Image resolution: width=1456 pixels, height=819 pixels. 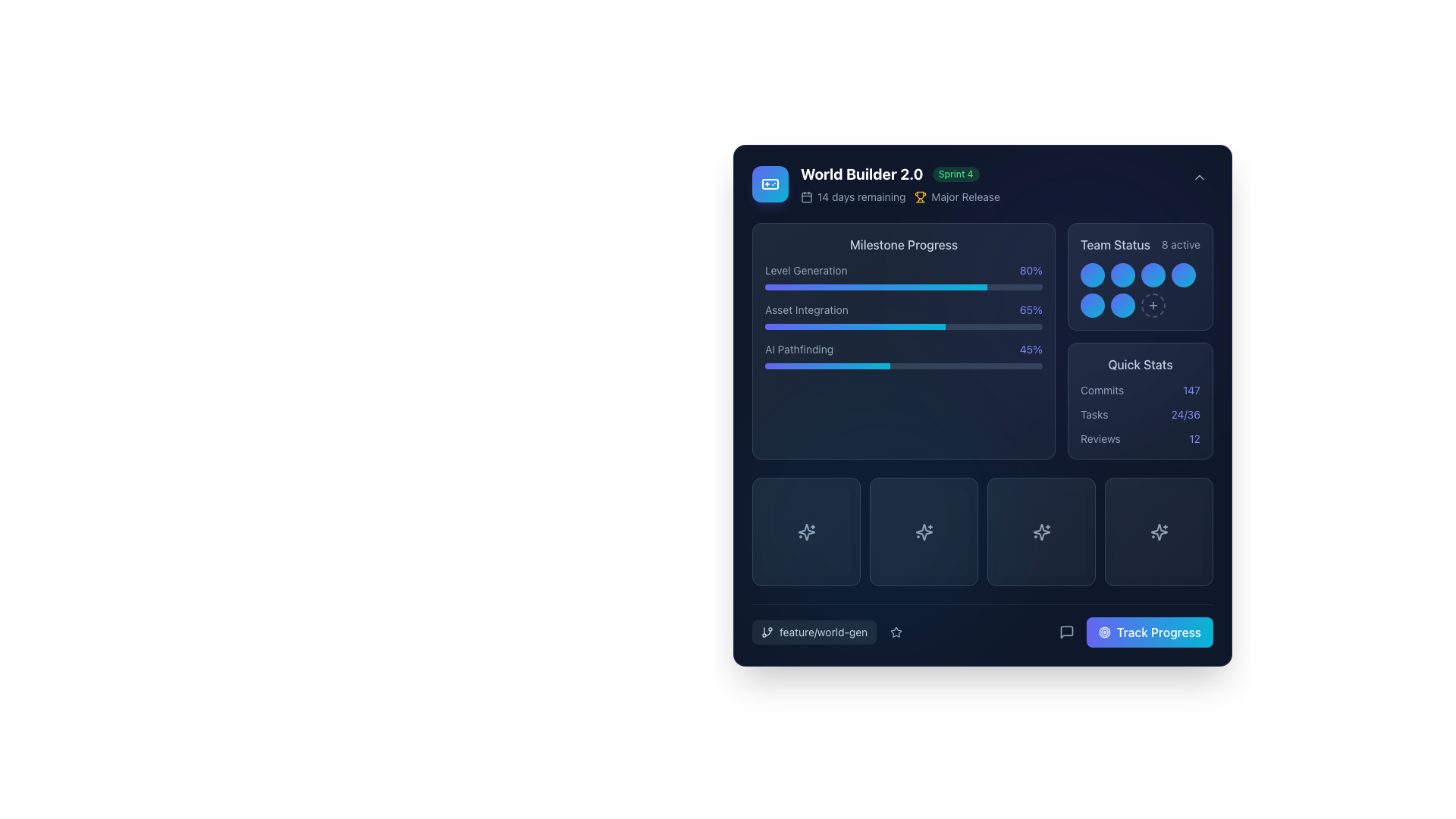 What do you see at coordinates (1158, 531) in the screenshot?
I see `the Icon button located at the bottom-right of a row of four similar elements in a grid-like arrangement within a panel` at bounding box center [1158, 531].